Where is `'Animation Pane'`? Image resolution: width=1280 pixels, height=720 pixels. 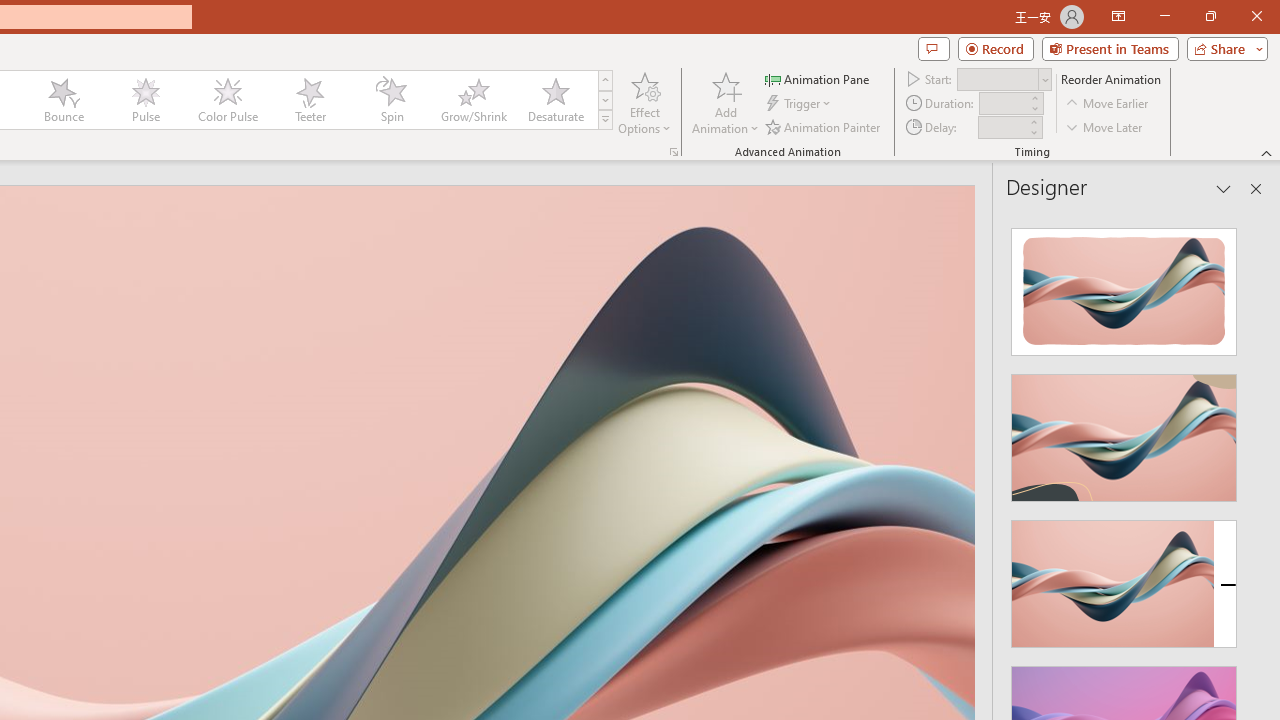 'Animation Pane' is located at coordinates (818, 78).